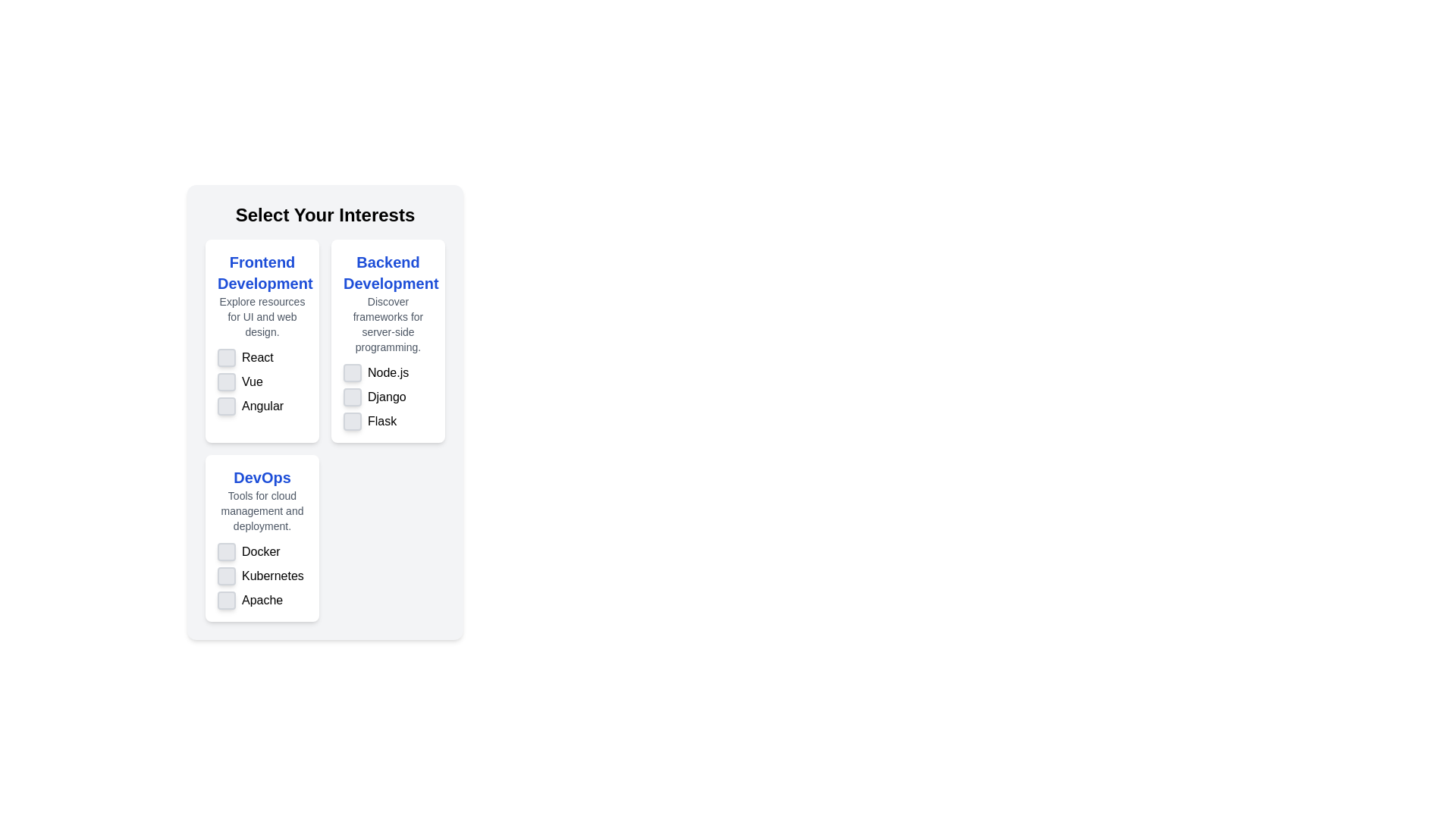 Image resolution: width=1456 pixels, height=819 pixels. Describe the element at coordinates (262, 552) in the screenshot. I see `the text label that reads 'Docker', which is the first entry in the 'DevOps' section and located next to the checkbox` at that location.